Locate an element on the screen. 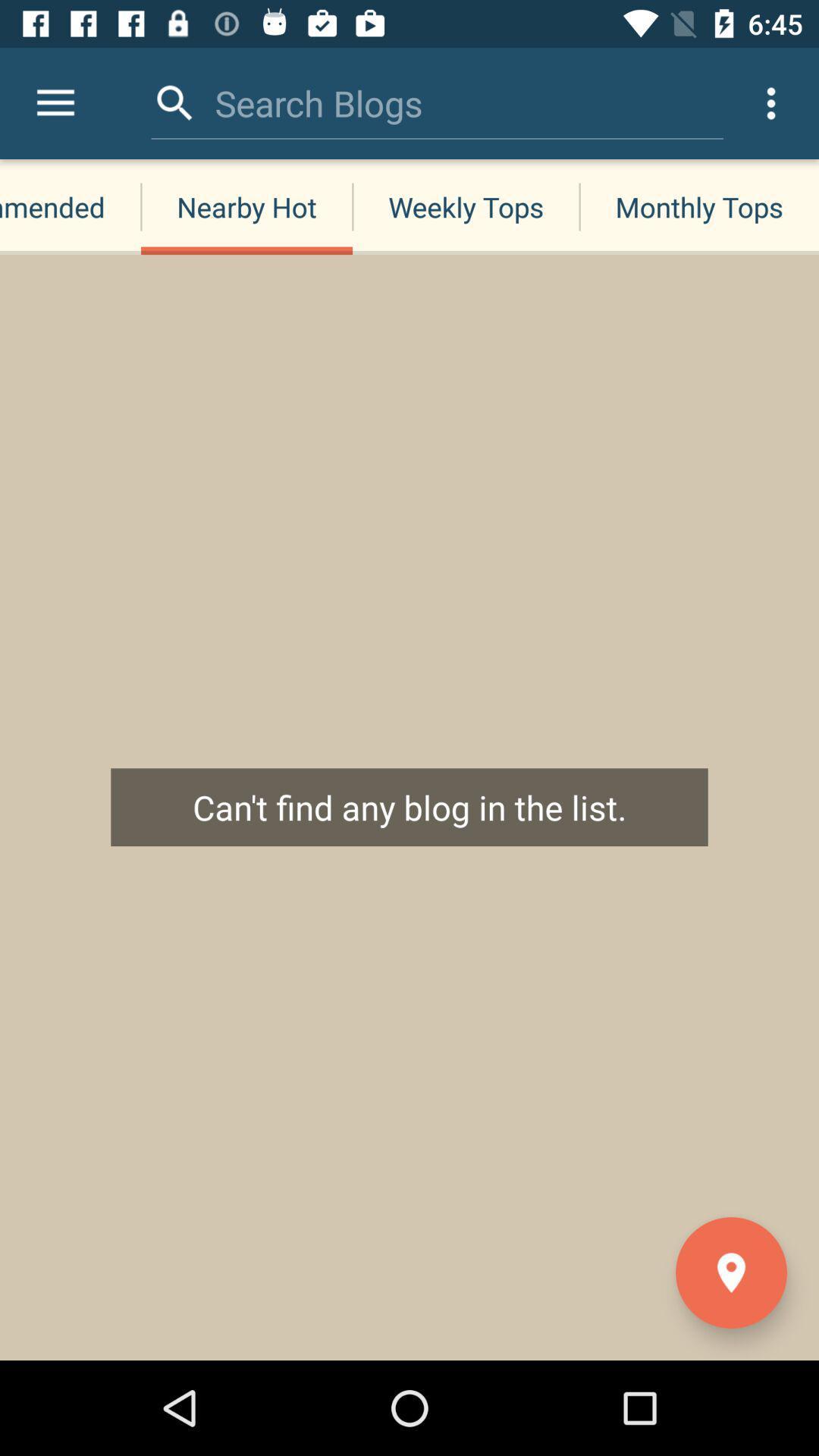  item next to monthly tops is located at coordinates (465, 206).